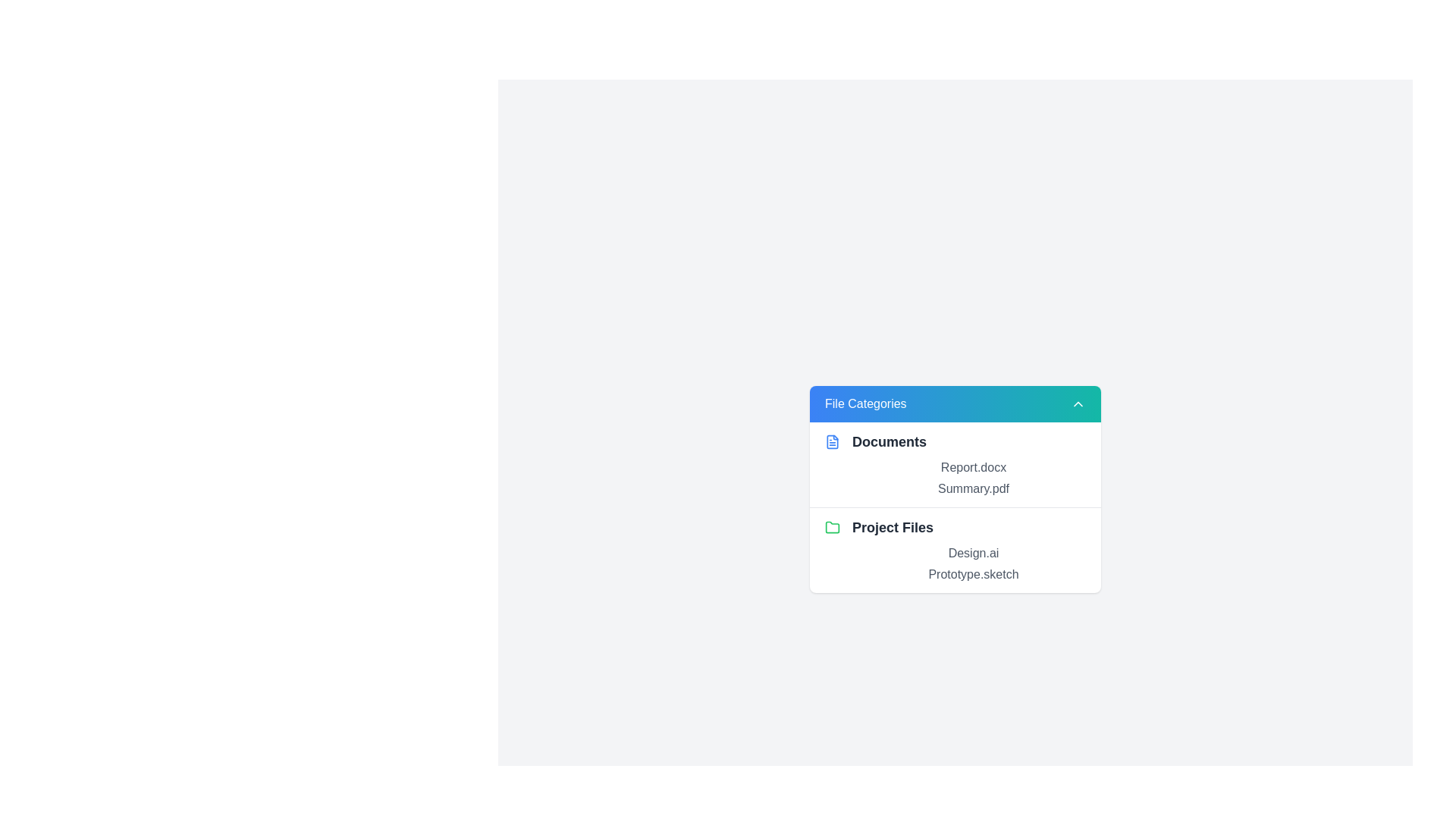 This screenshot has width=1456, height=819. Describe the element at coordinates (973, 553) in the screenshot. I see `the text entry labeled 'Design.ai' which is the first item under the 'Project Files' section` at that location.